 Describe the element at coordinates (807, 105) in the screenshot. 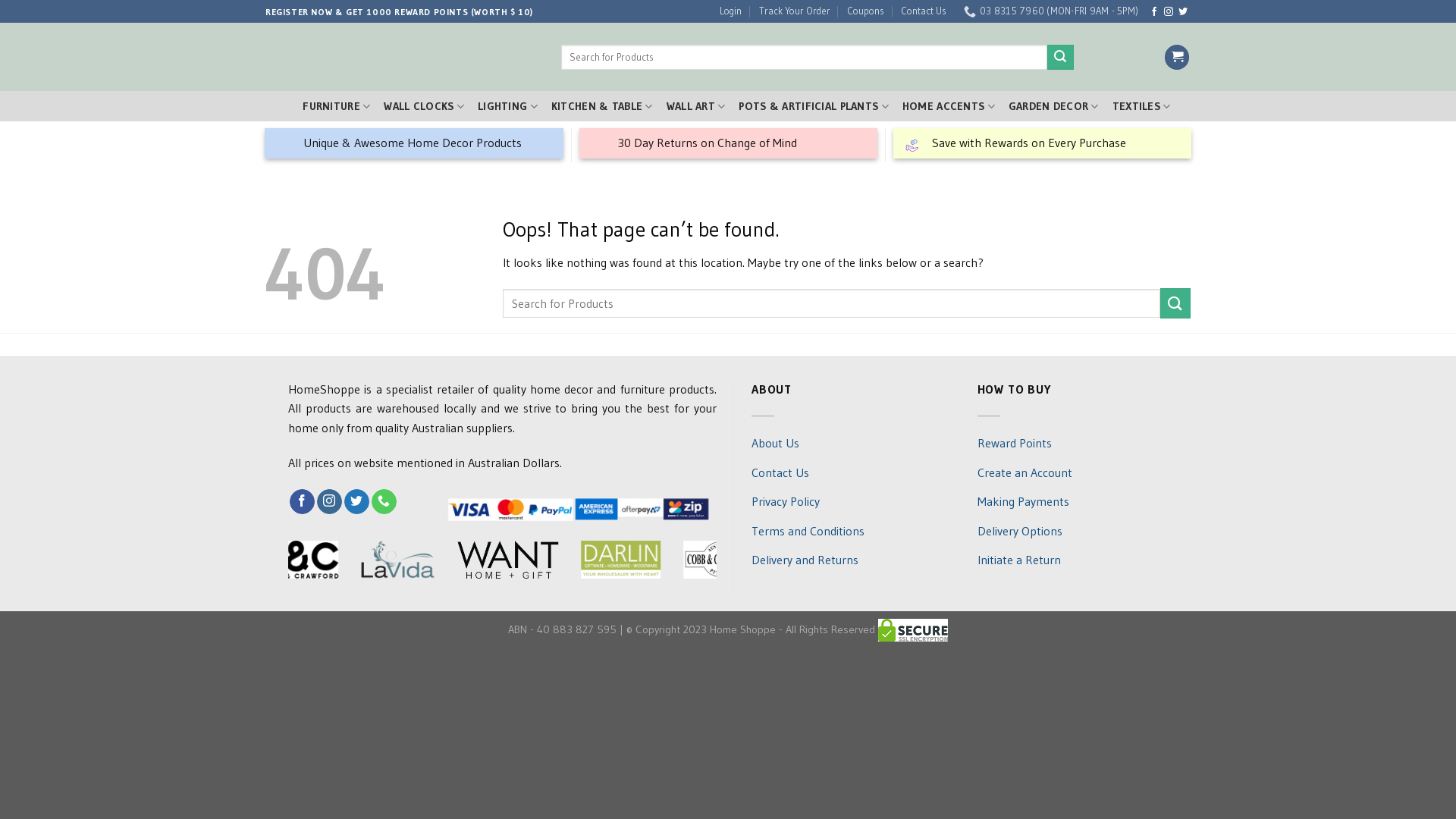

I see `'POTS & ARTIFICIAL PLANTS'` at that location.